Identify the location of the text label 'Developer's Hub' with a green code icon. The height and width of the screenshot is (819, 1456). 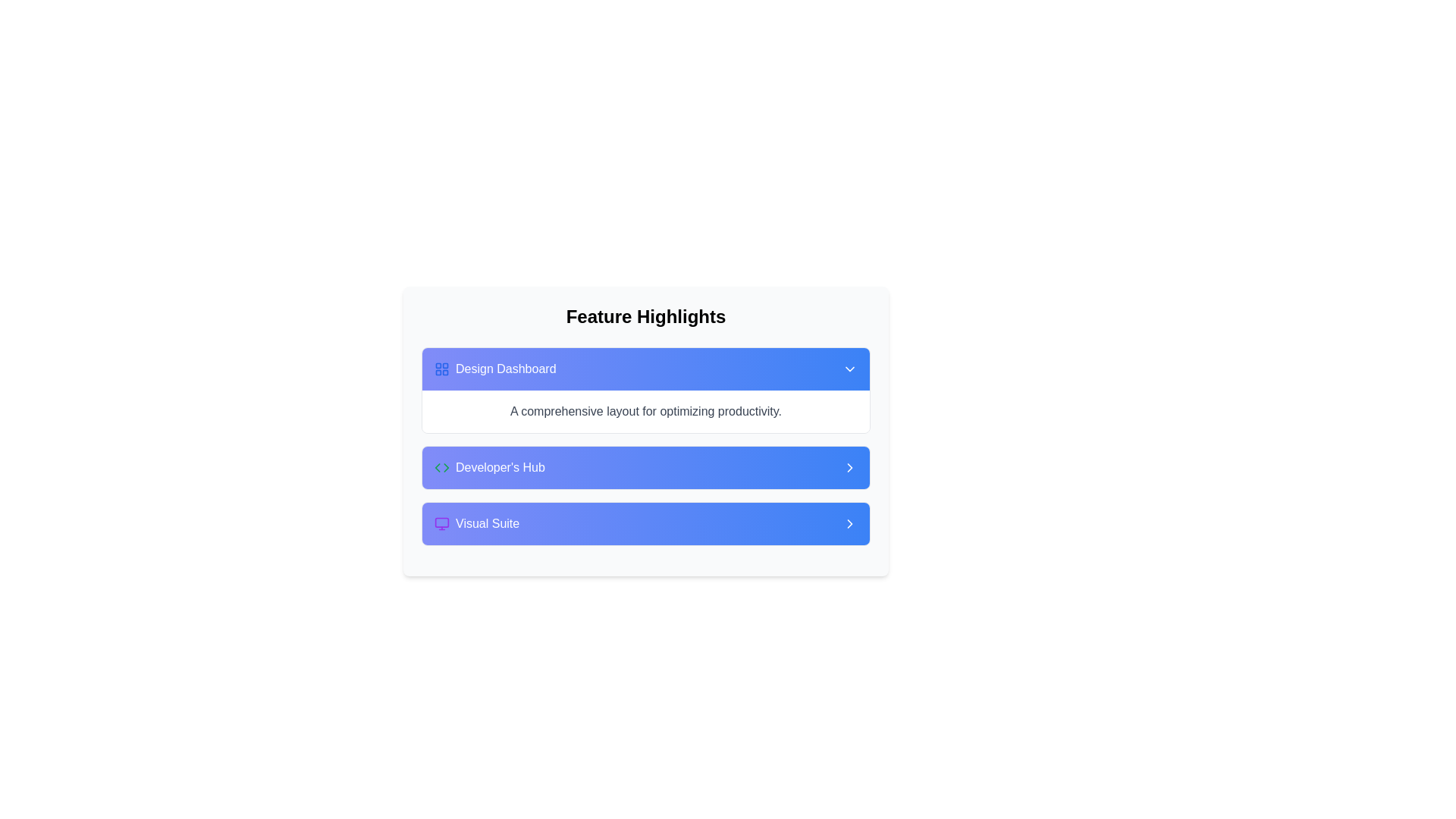
(489, 467).